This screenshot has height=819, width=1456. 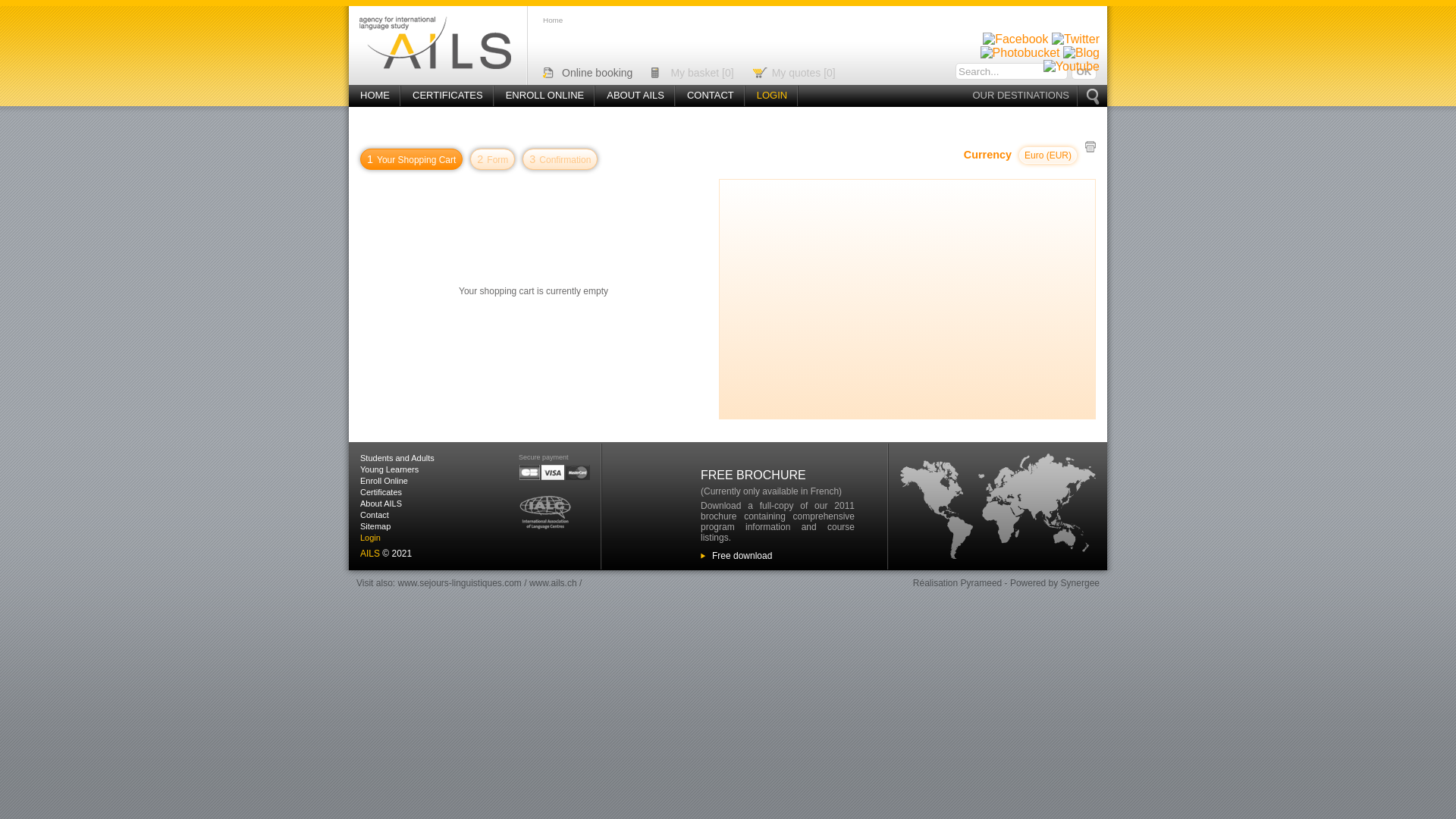 I want to click on 'ENROLL ONLINE', so click(x=545, y=96).